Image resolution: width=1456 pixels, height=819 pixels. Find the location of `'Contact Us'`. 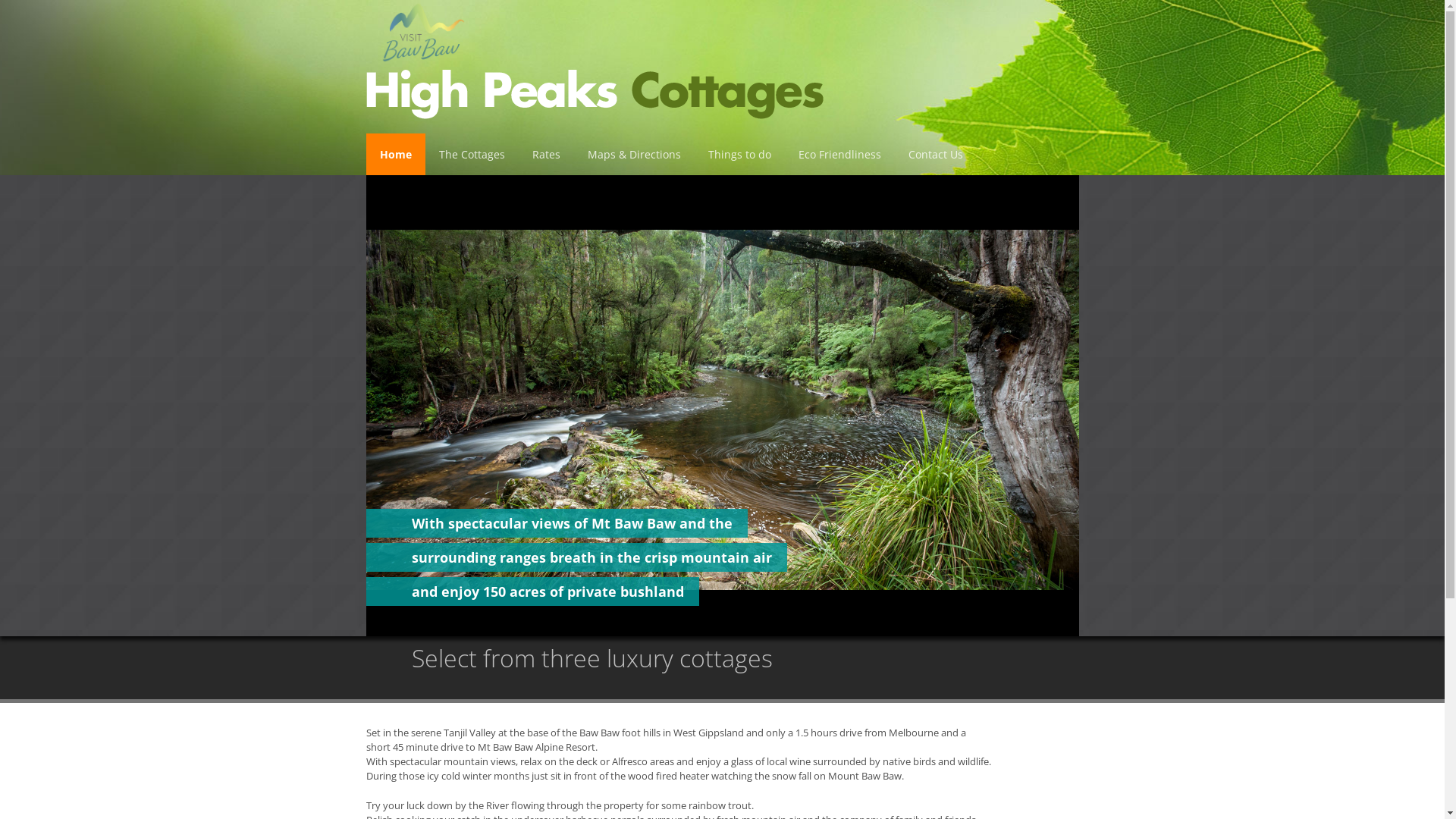

'Contact Us' is located at coordinates (934, 154).